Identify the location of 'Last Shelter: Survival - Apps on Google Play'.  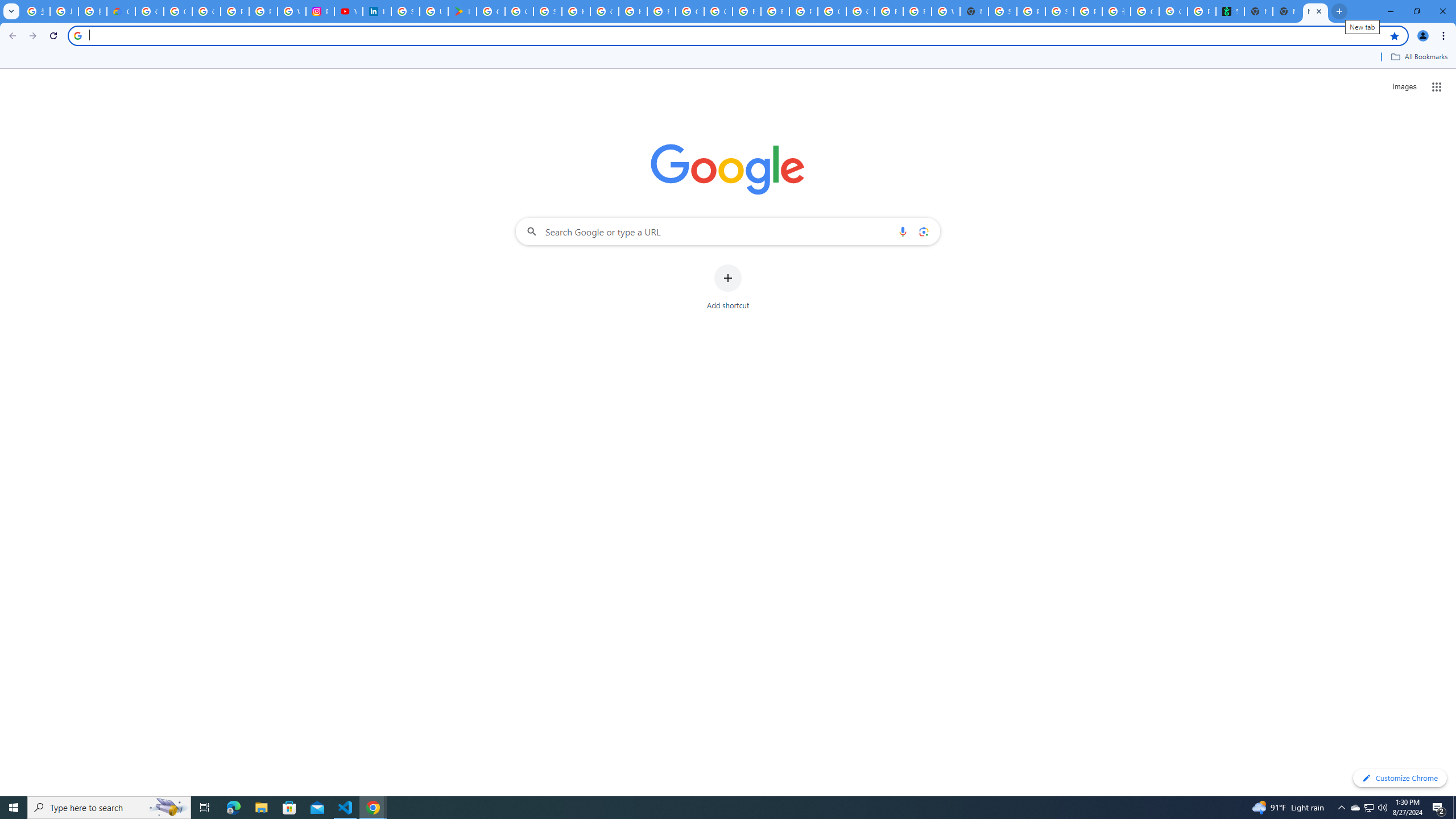
(461, 11).